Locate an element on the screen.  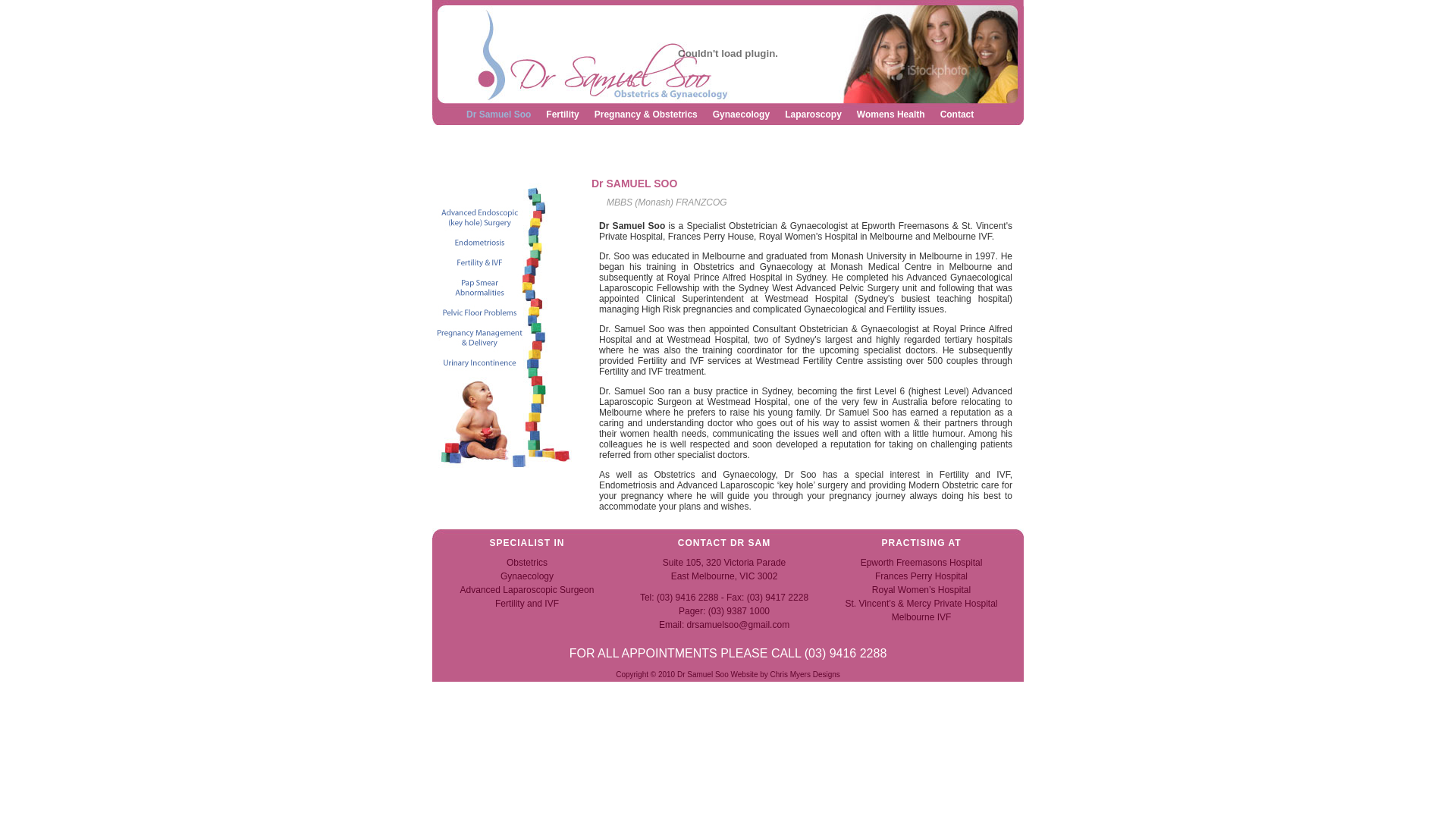
'Melbourne IVF' is located at coordinates (921, 617).